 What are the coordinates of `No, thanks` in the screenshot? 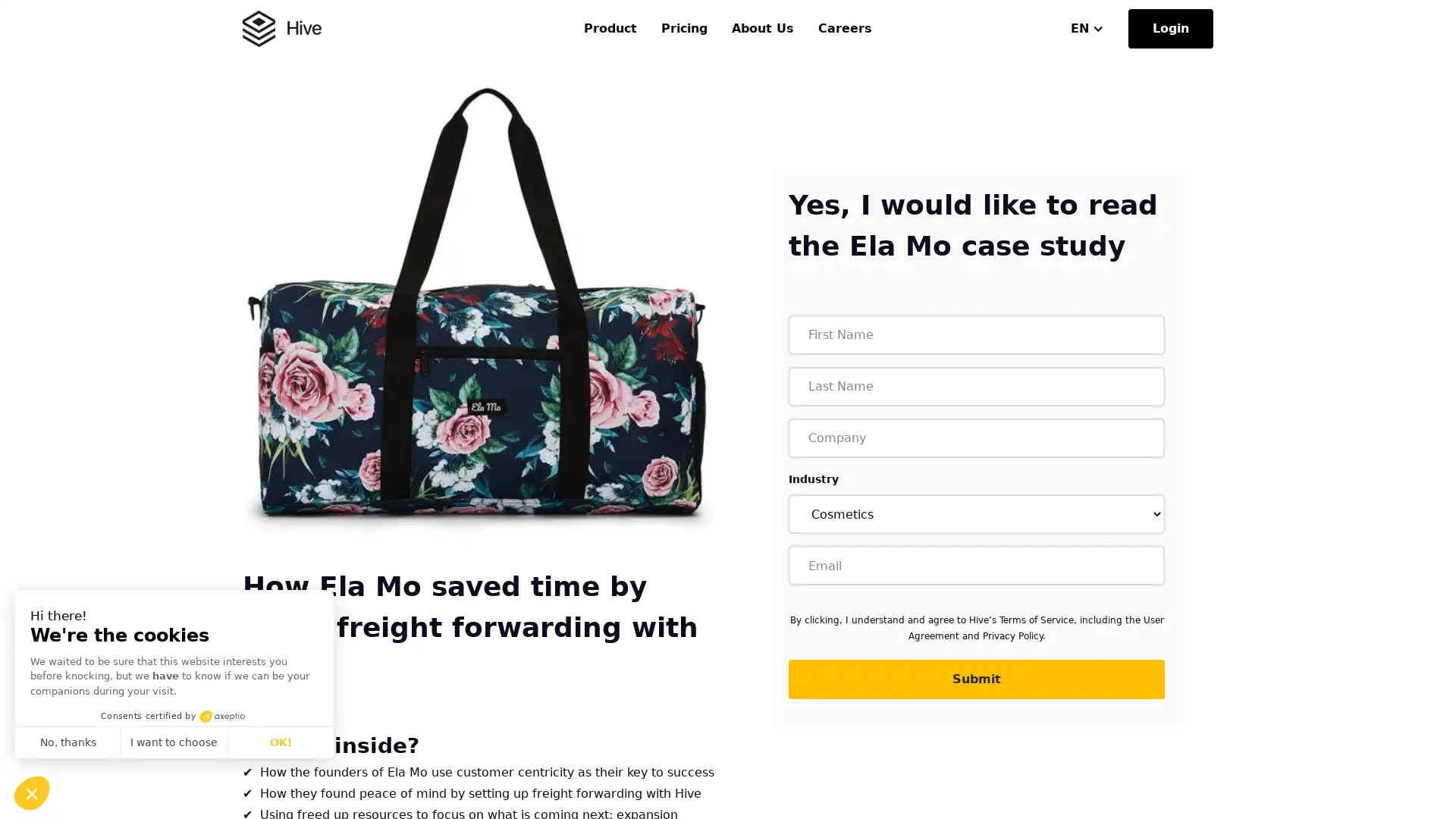 It's located at (67, 742).